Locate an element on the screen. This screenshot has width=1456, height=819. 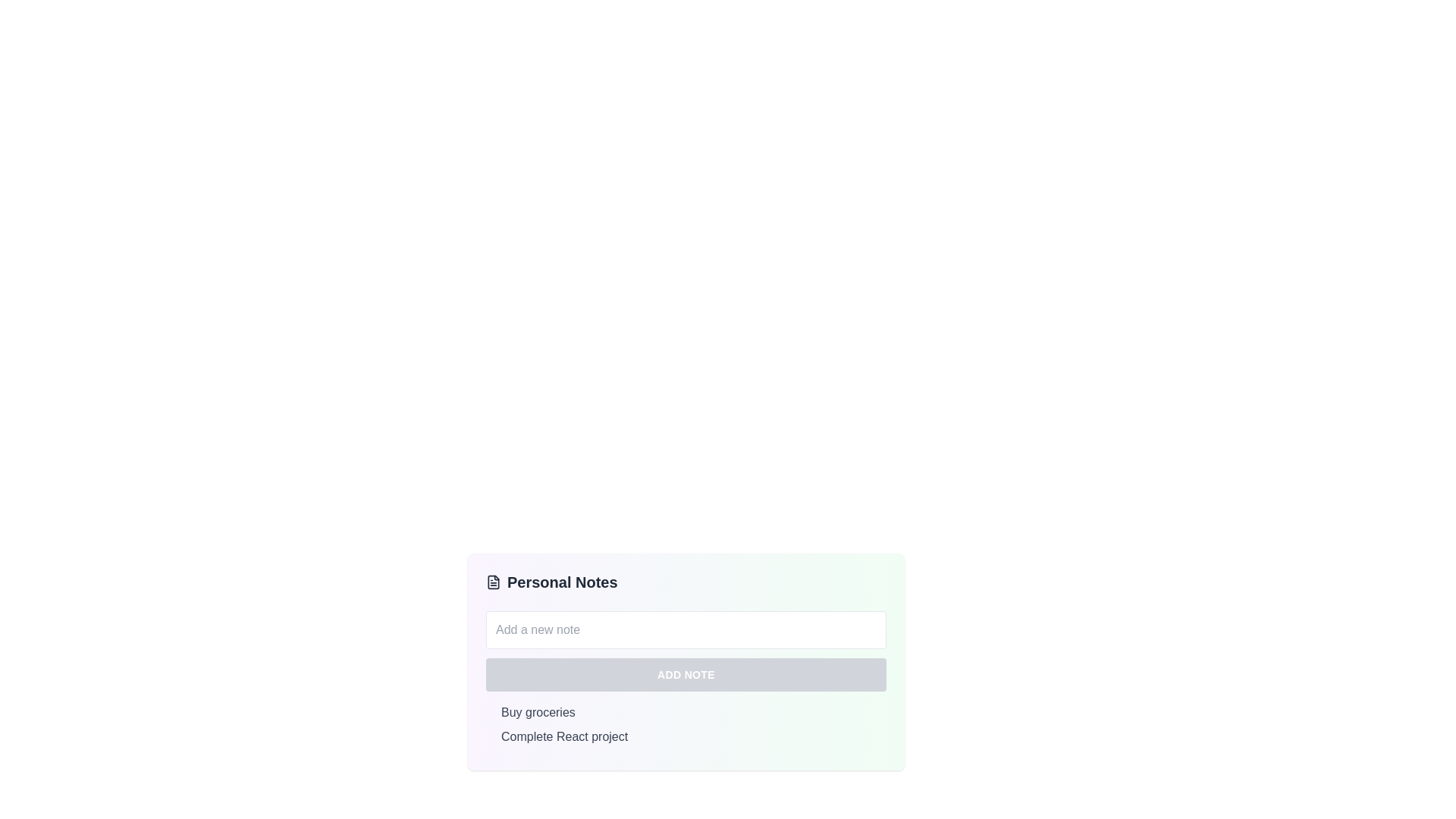
the icon representing a document or file that accompanies the 'Personal Notes' section, located in the upper-left corner of the interface is located at coordinates (494, 581).